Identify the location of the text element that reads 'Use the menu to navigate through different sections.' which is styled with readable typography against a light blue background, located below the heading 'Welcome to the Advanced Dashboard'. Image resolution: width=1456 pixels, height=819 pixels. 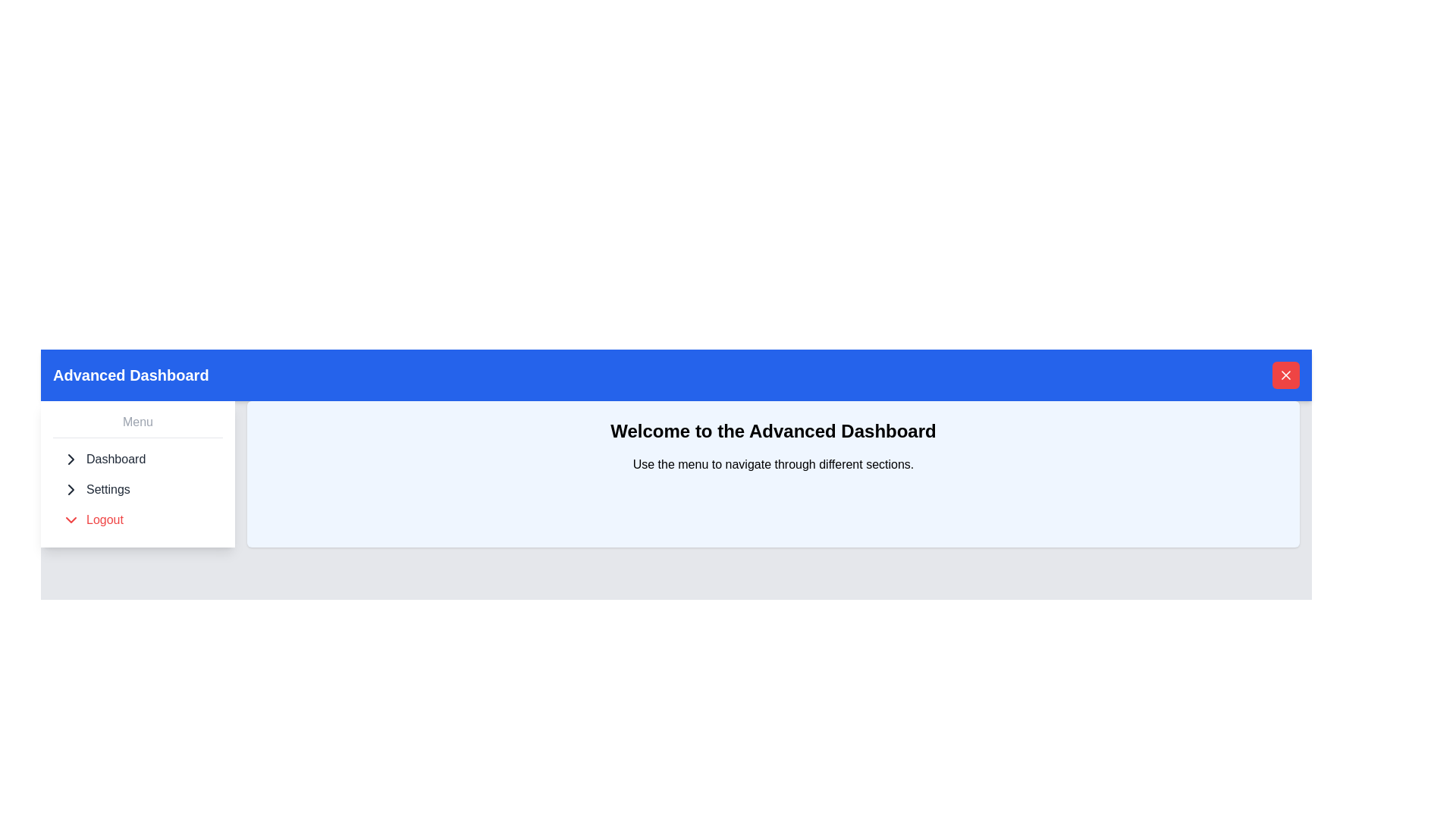
(773, 464).